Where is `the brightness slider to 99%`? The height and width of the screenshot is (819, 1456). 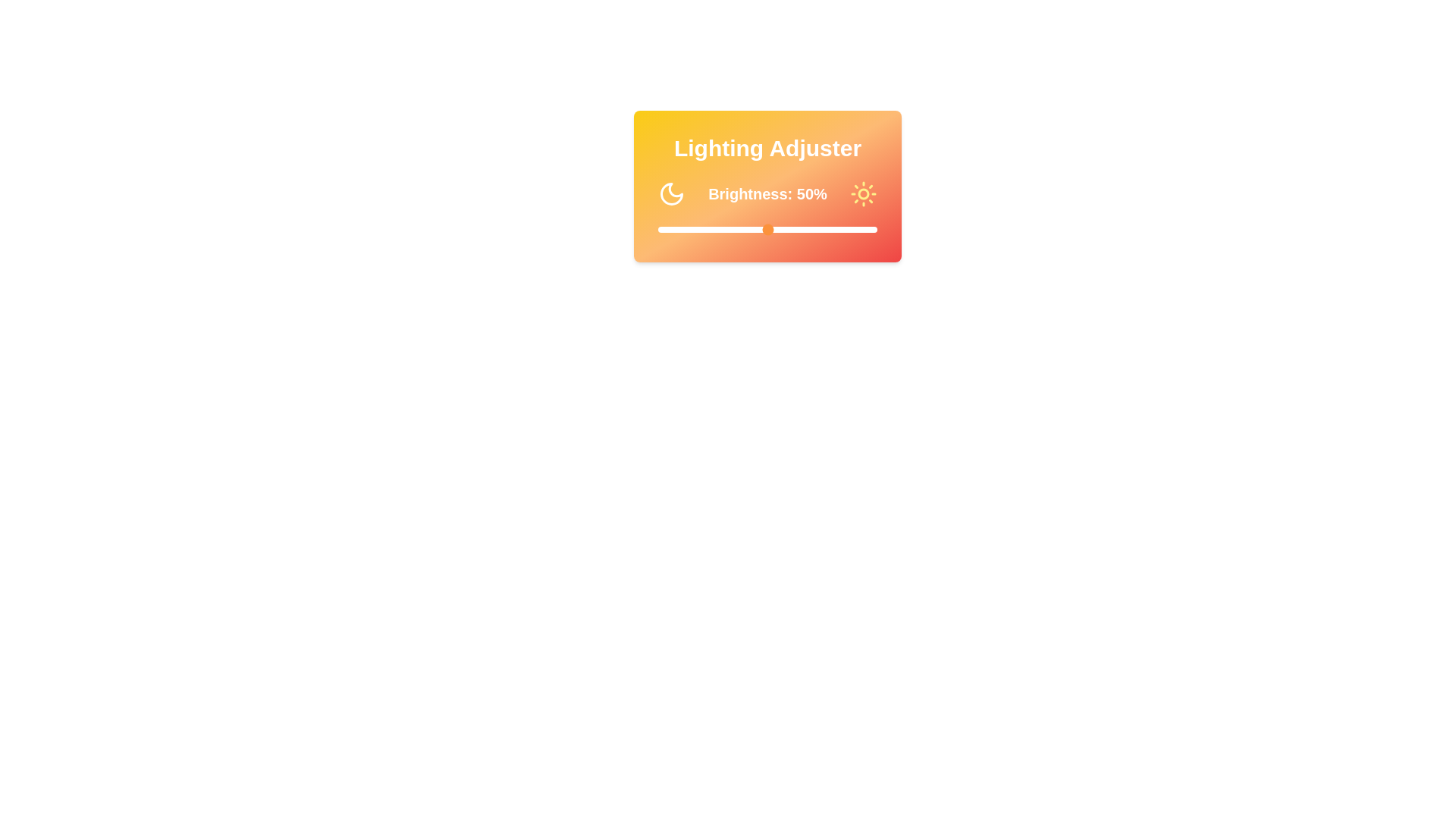
the brightness slider to 99% is located at coordinates (875, 230).